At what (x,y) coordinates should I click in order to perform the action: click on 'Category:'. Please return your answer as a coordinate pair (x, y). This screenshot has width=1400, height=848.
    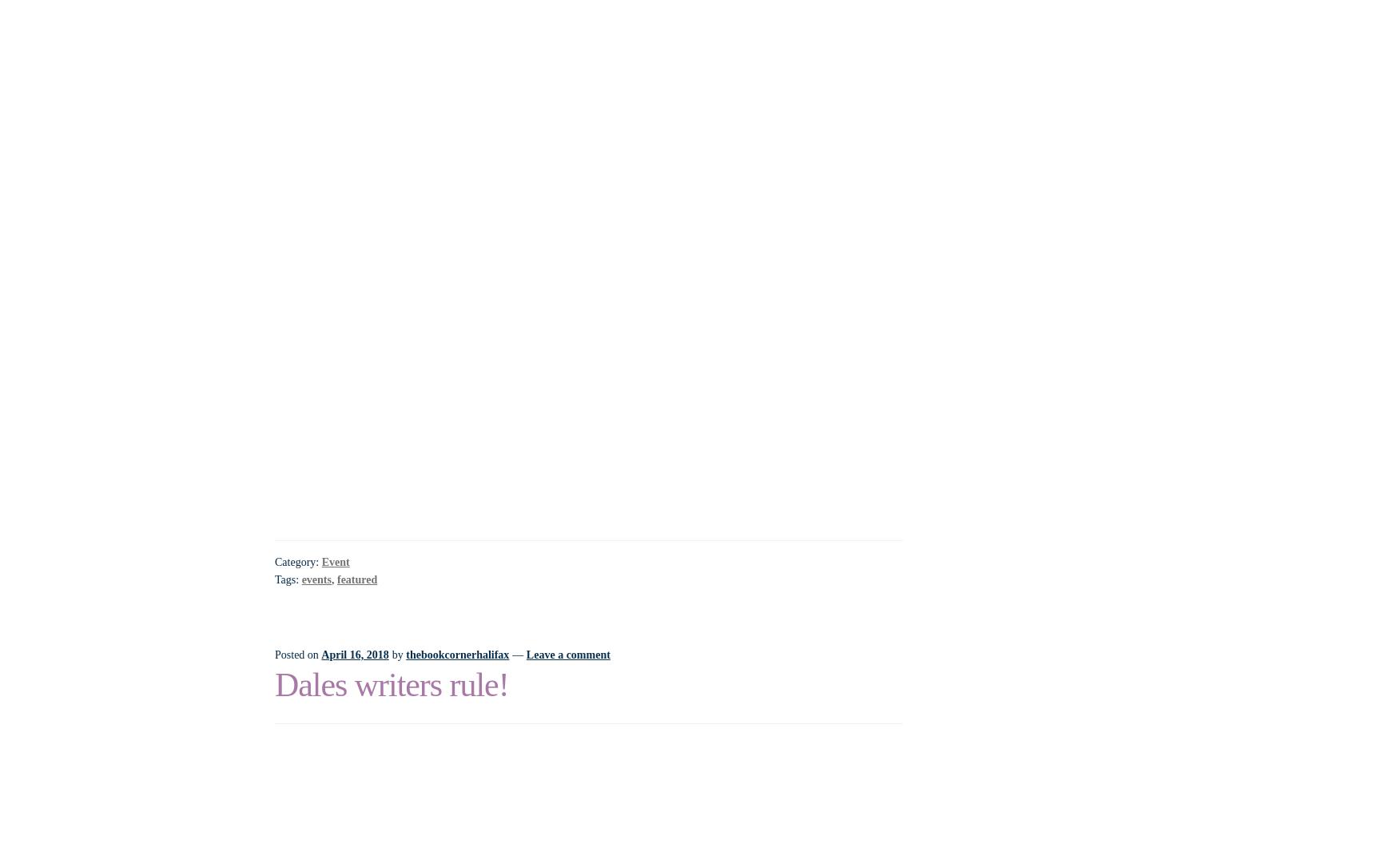
    Looking at the image, I should click on (297, 560).